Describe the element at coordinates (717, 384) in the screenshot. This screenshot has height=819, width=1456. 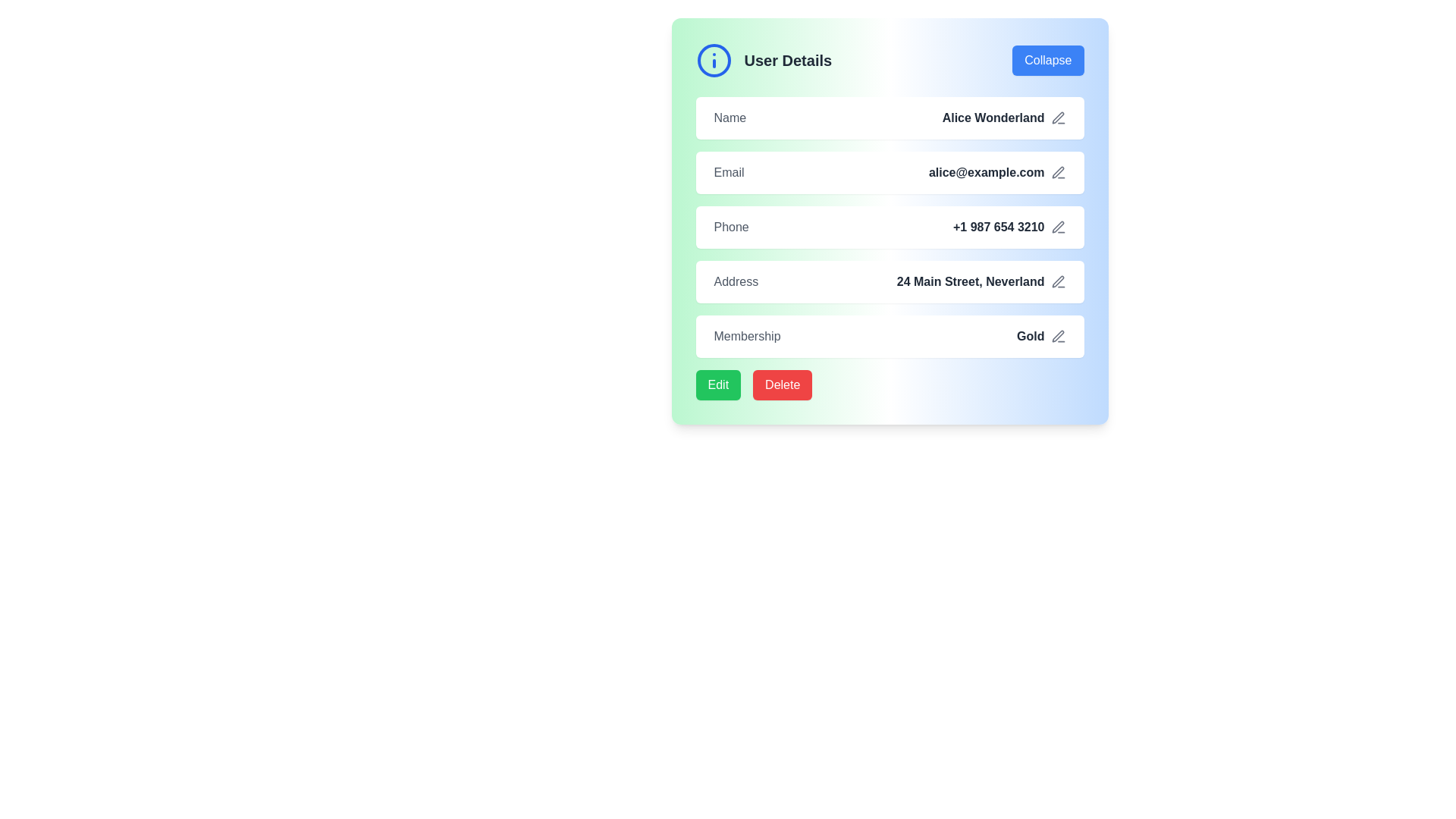
I see `the edit button located at the bottom-left of the user details panel to change its background color` at that location.